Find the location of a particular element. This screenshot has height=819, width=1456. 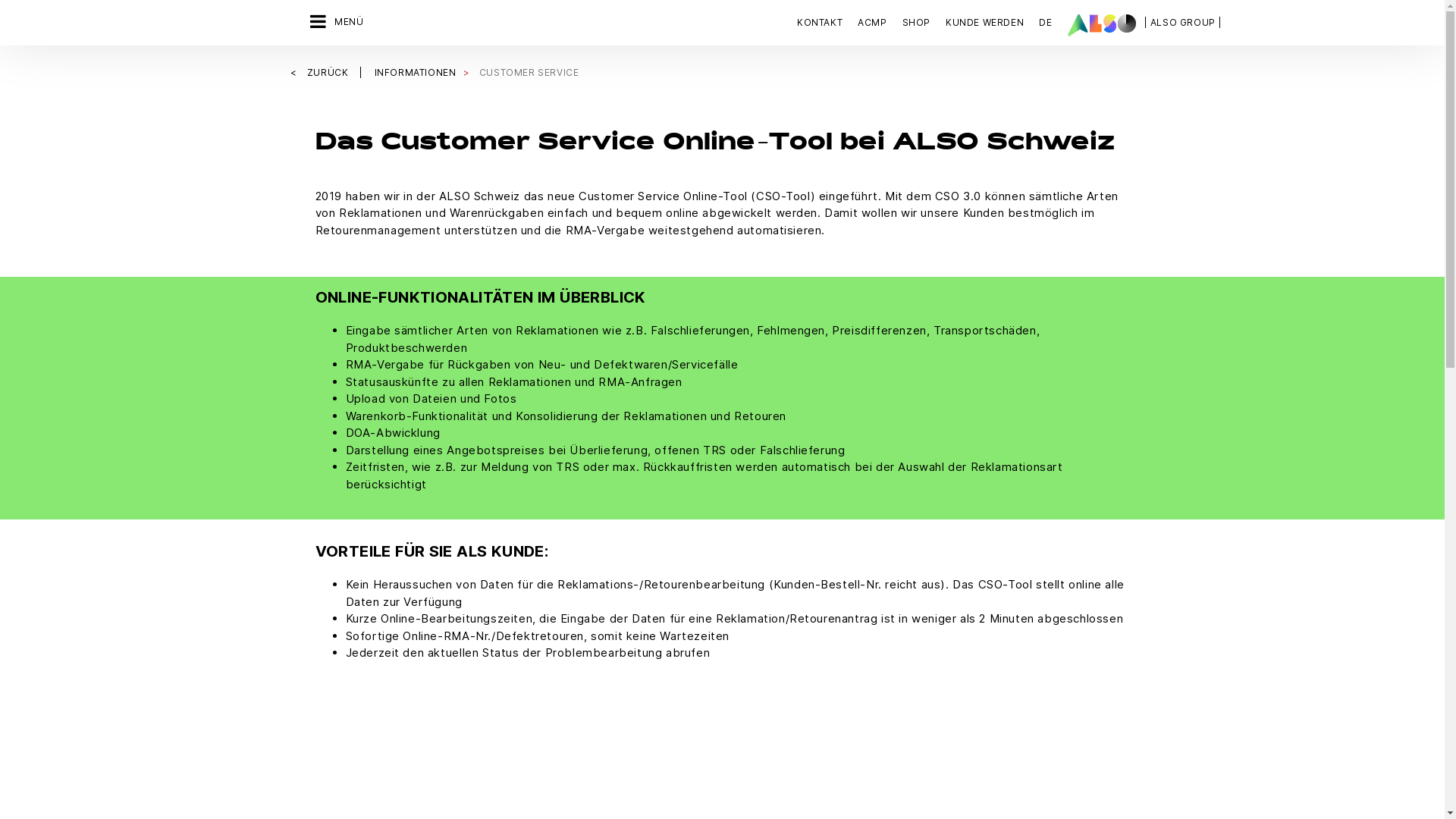

'SHOP' is located at coordinates (915, 23).